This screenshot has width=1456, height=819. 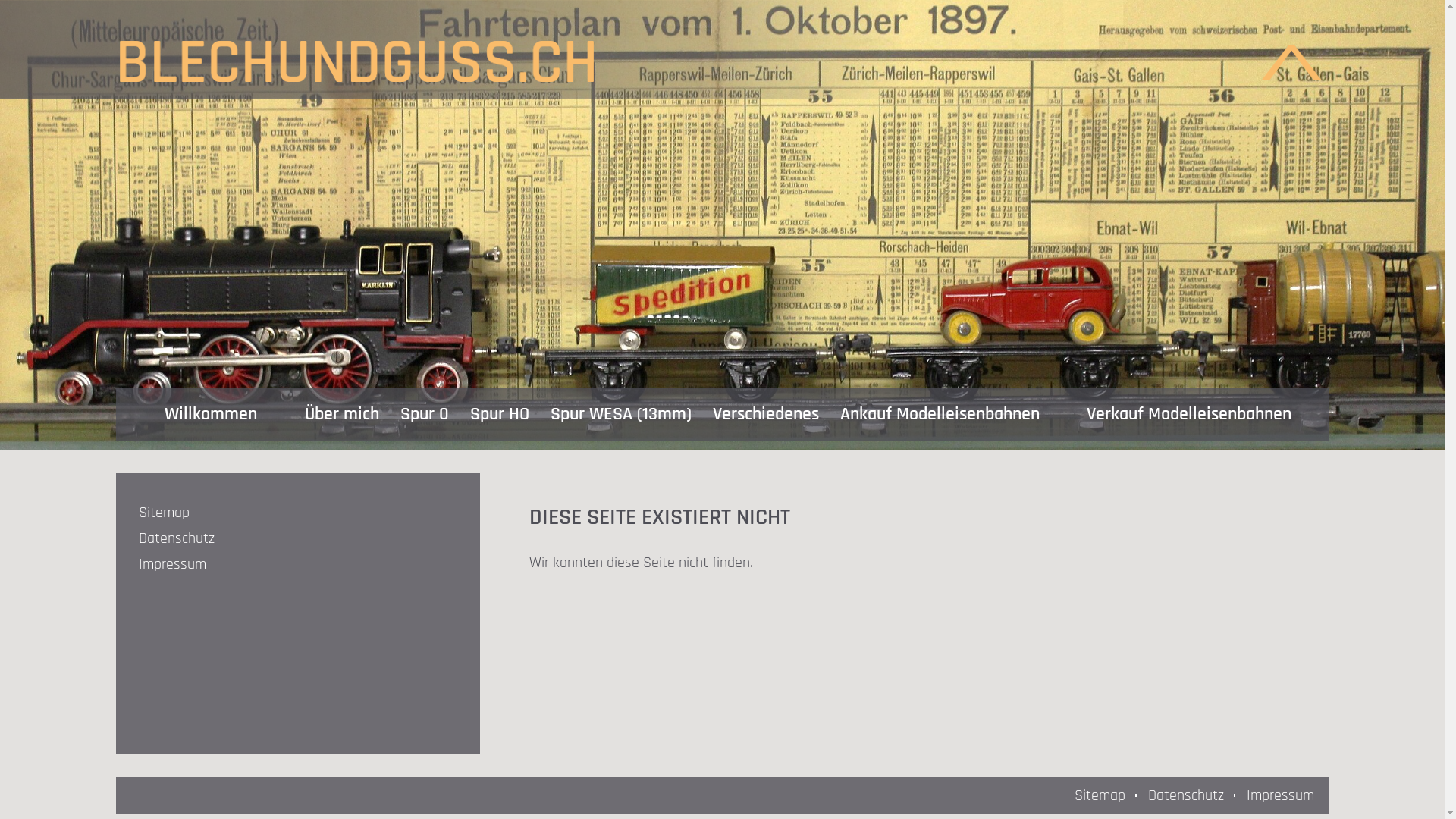 What do you see at coordinates (765, 415) in the screenshot?
I see `'Verschiedenes'` at bounding box center [765, 415].